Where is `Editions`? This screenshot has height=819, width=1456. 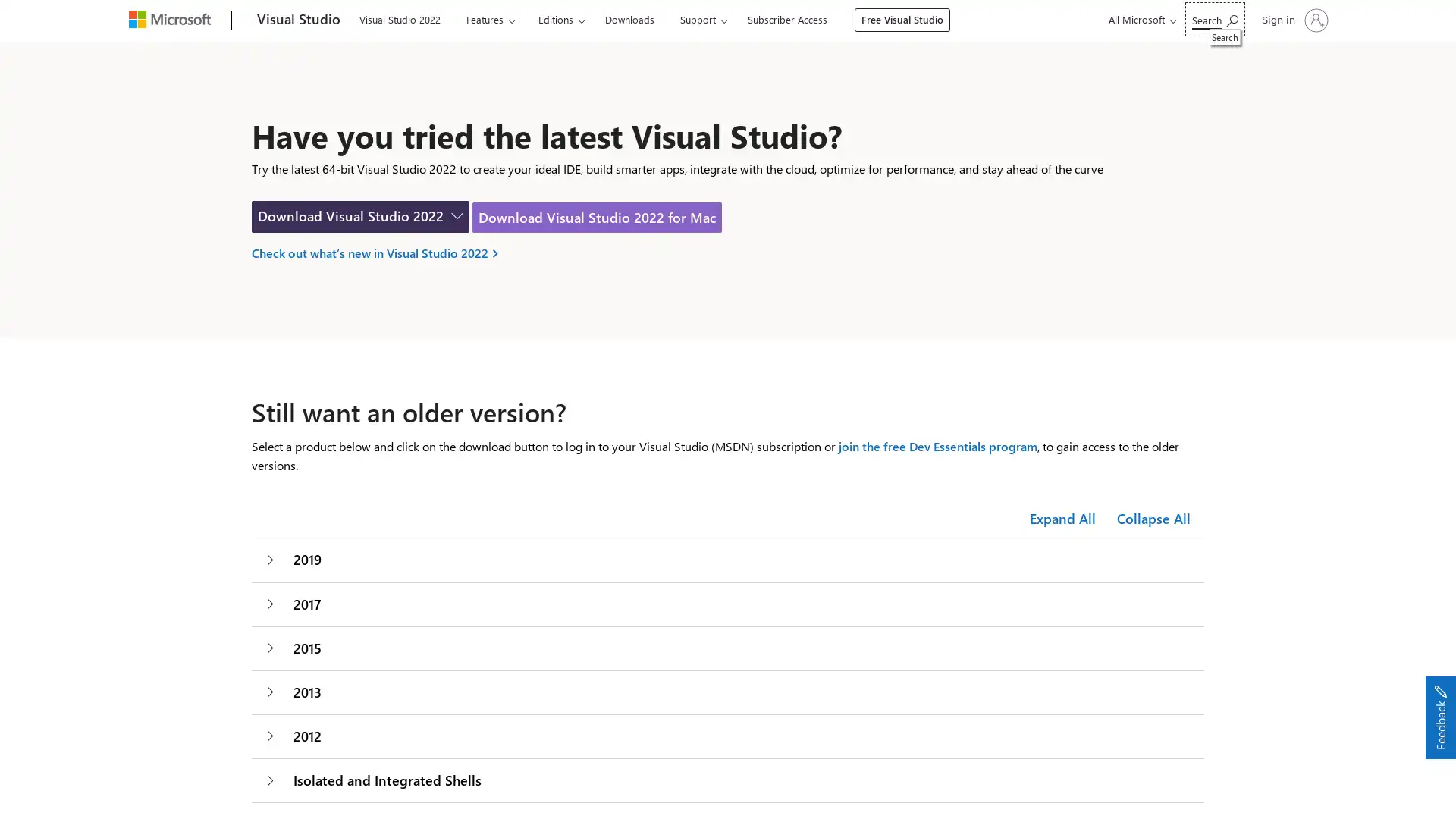
Editions is located at coordinates (560, 20).